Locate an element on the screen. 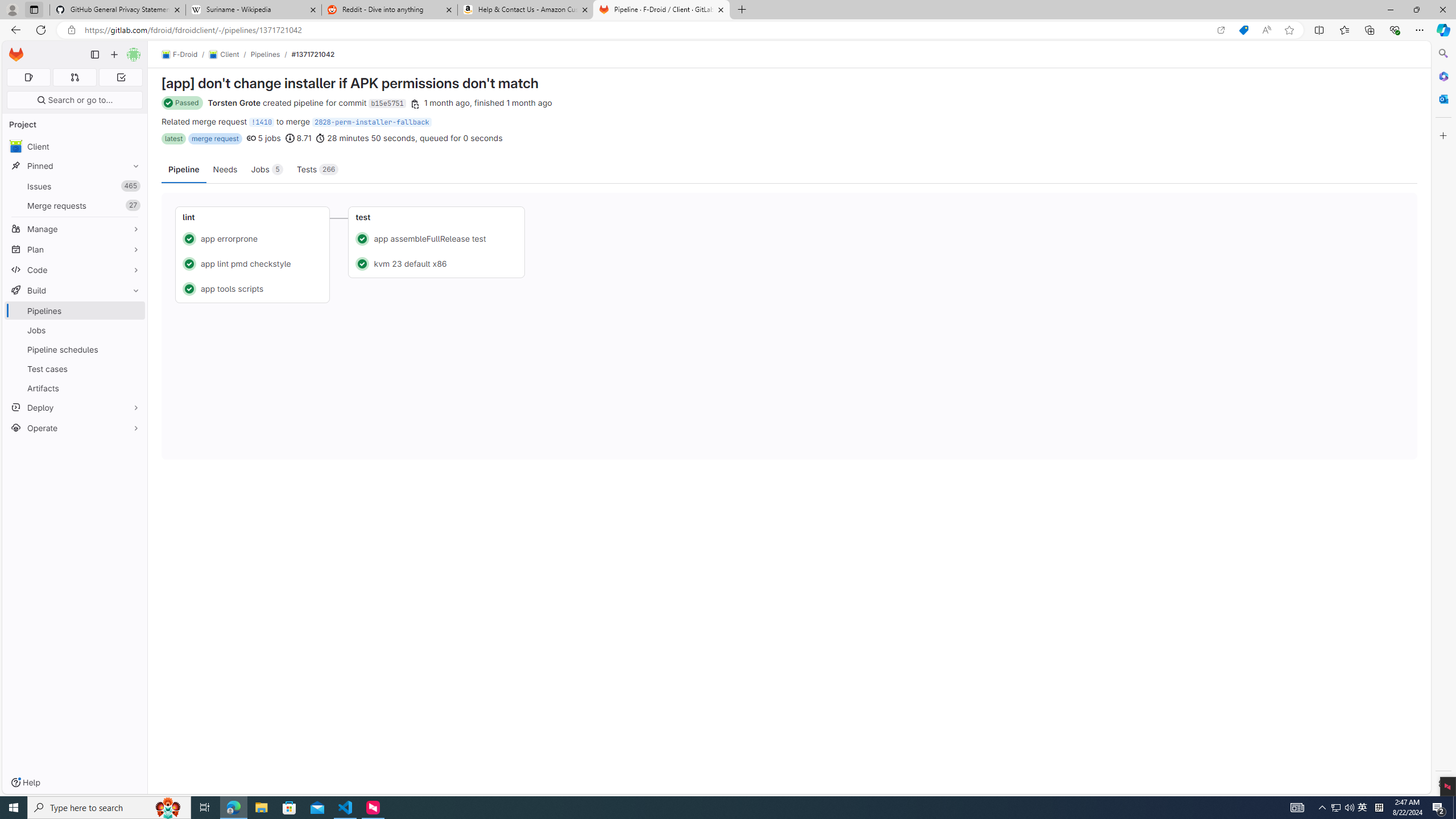 The width and height of the screenshot is (1456, 819). 'Pinned' is located at coordinates (74, 166).